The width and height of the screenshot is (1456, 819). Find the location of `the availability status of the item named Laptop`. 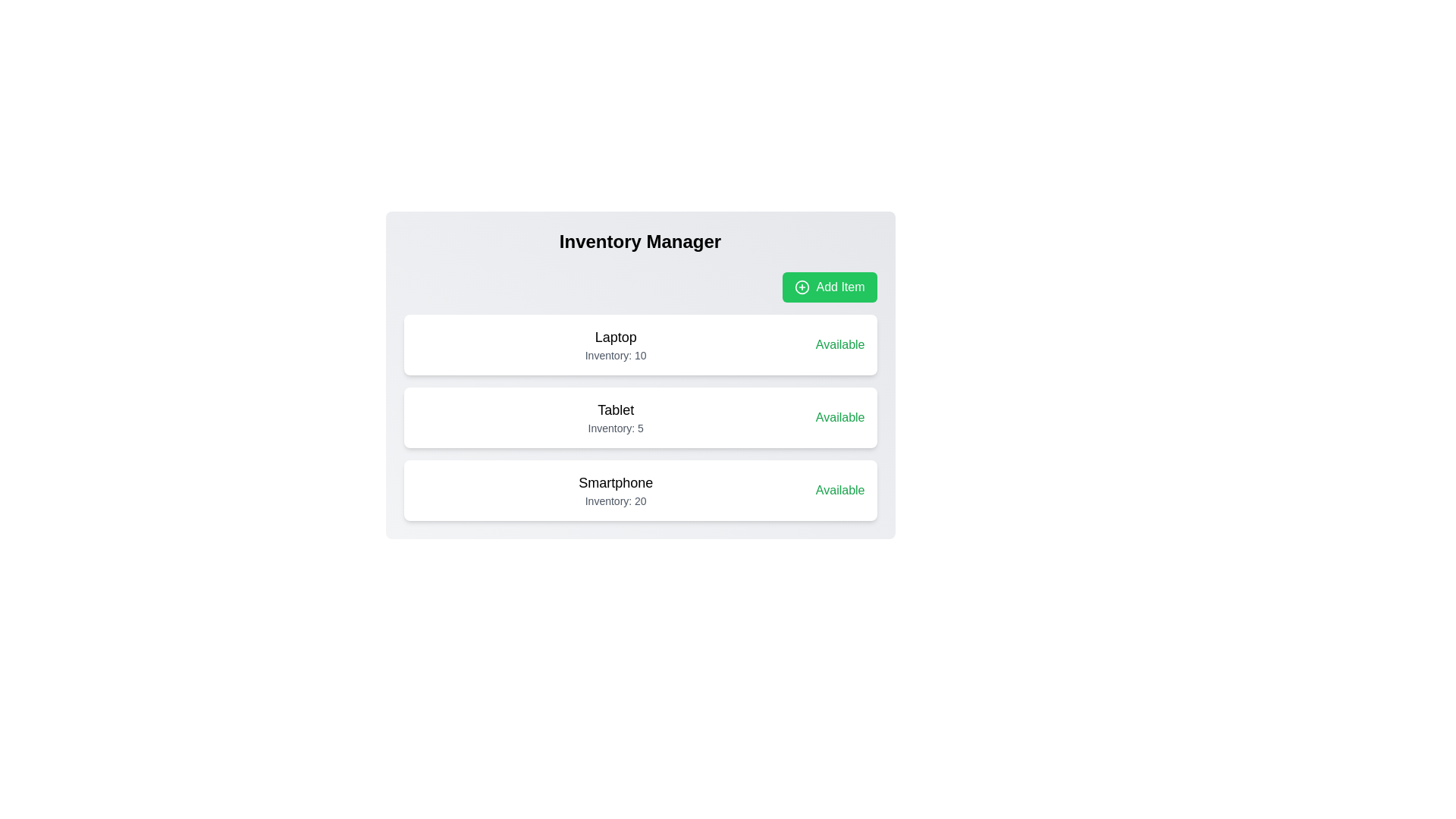

the availability status of the item named Laptop is located at coordinates (839, 345).